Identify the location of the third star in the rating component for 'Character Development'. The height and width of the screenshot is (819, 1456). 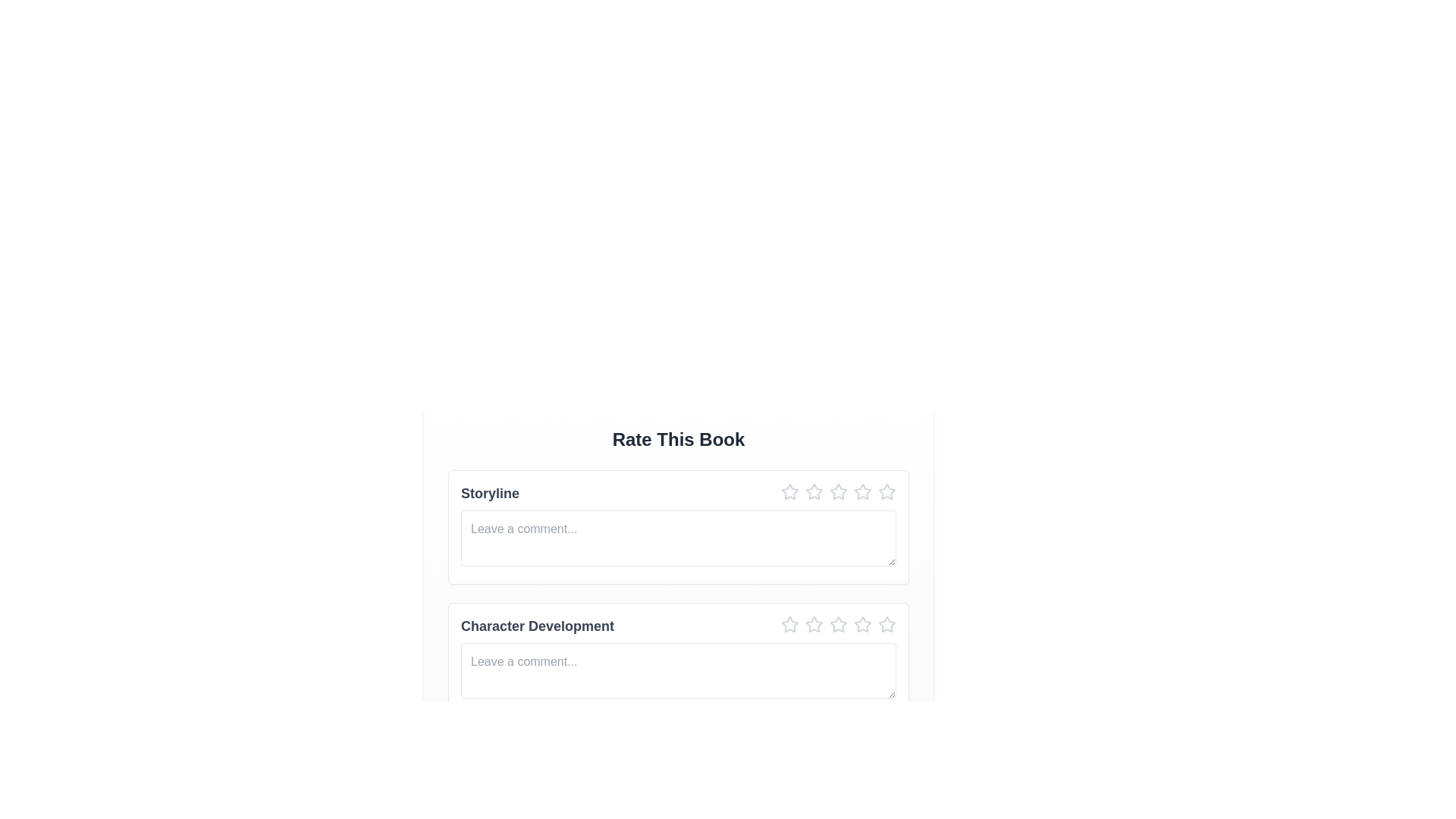
(837, 626).